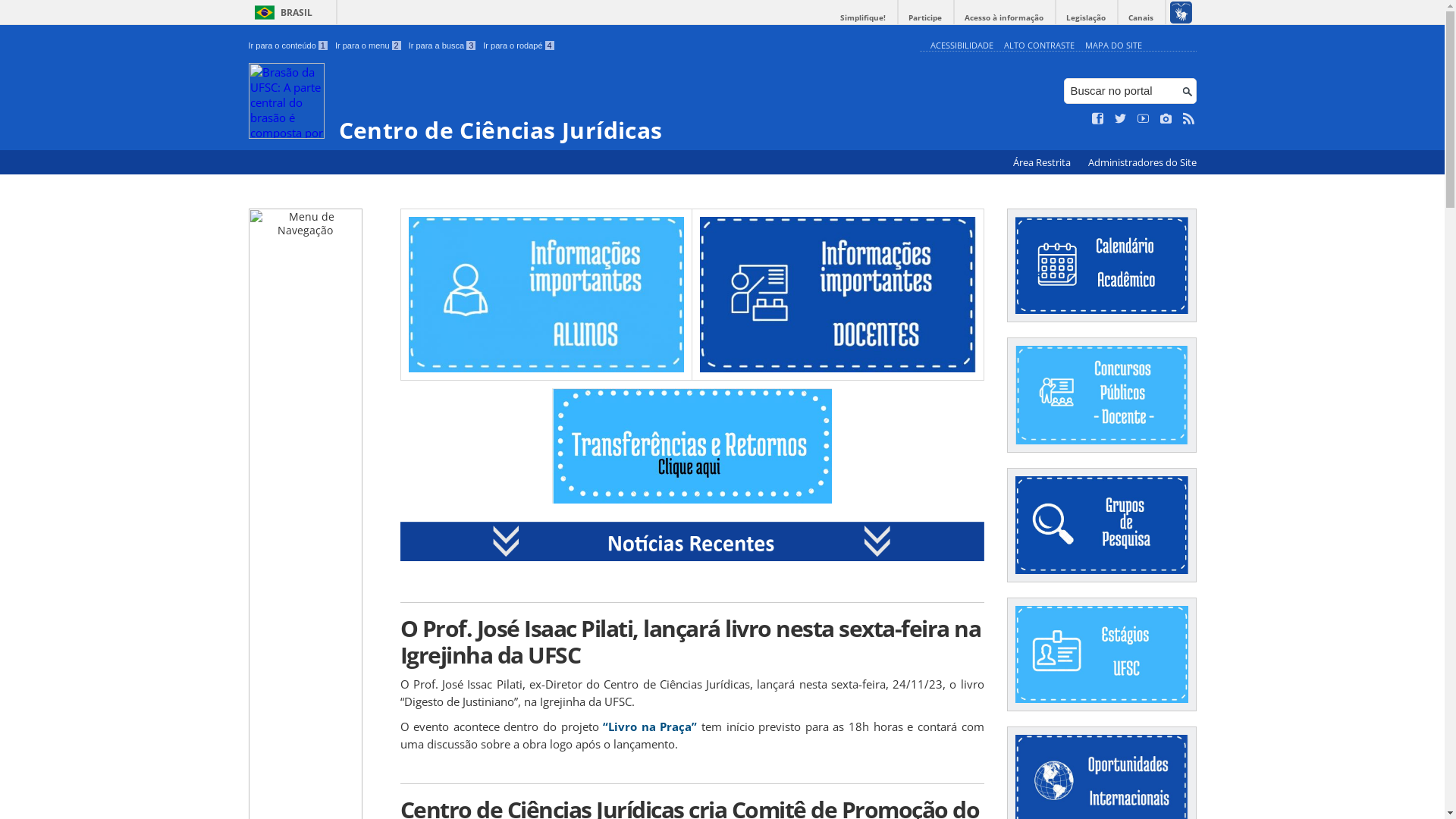  What do you see at coordinates (898, 17) in the screenshot?
I see `'Participe'` at bounding box center [898, 17].